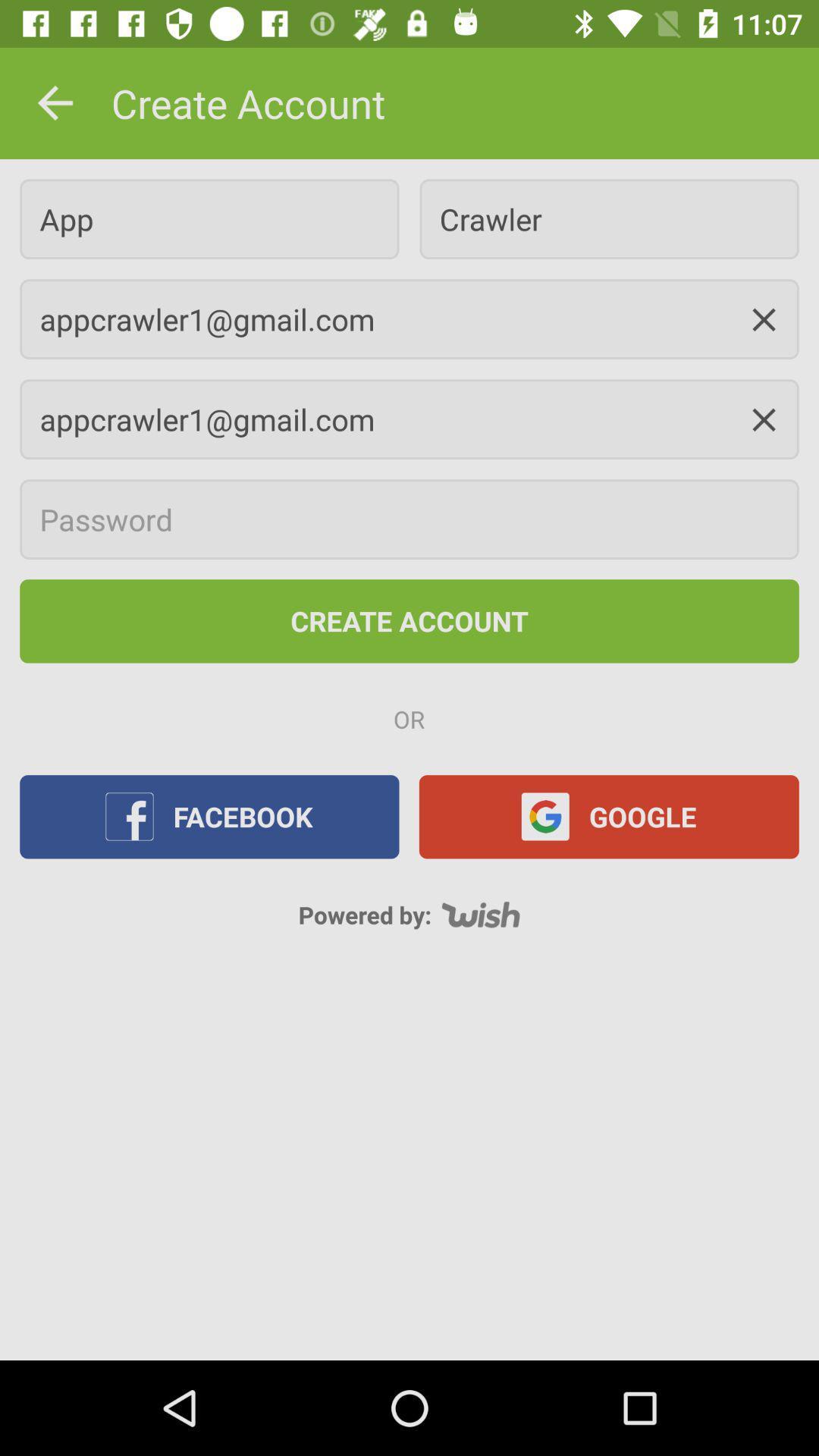 The width and height of the screenshot is (819, 1456). I want to click on first email text field, so click(409, 318).